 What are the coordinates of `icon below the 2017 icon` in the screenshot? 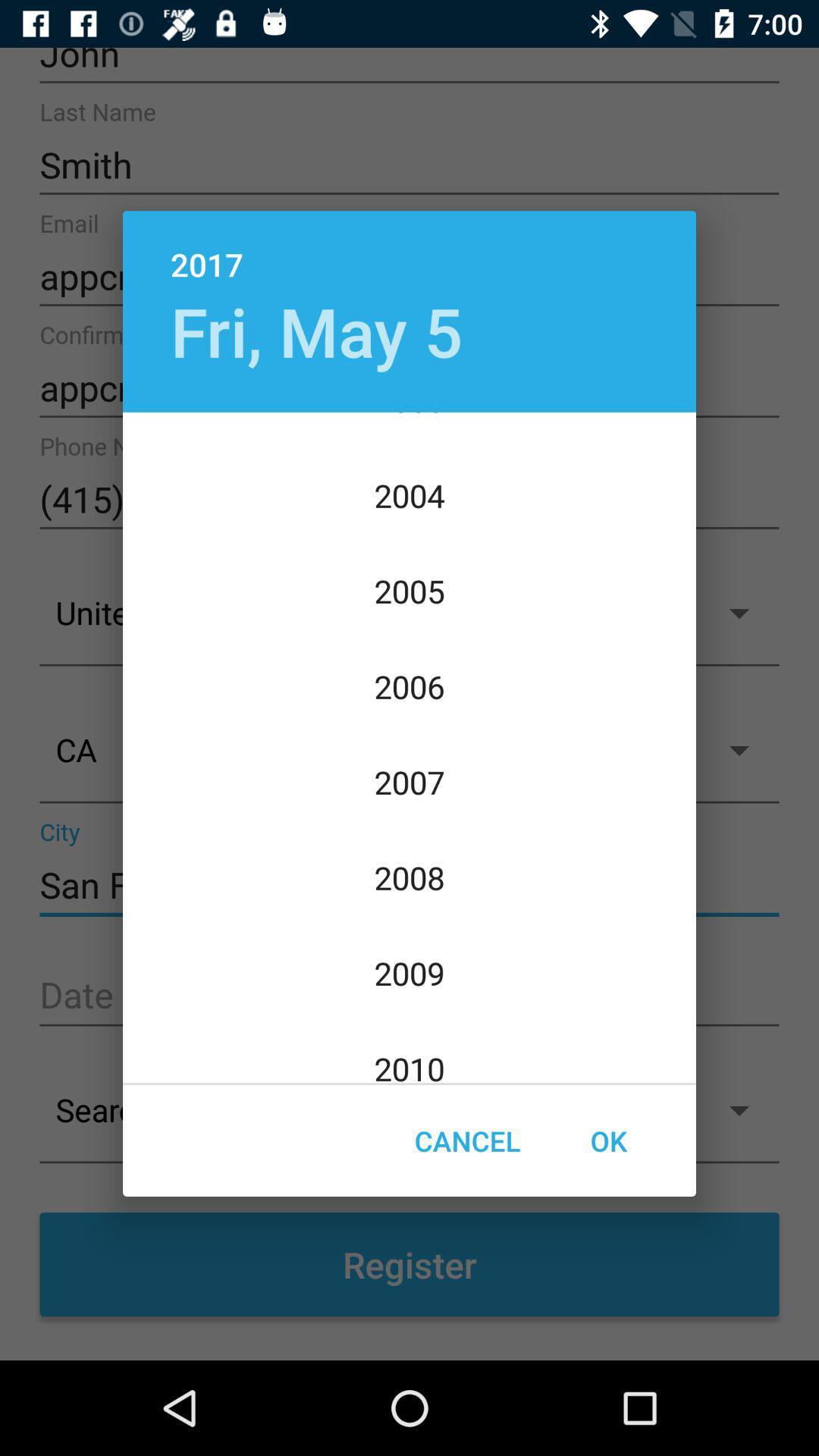 It's located at (315, 330).